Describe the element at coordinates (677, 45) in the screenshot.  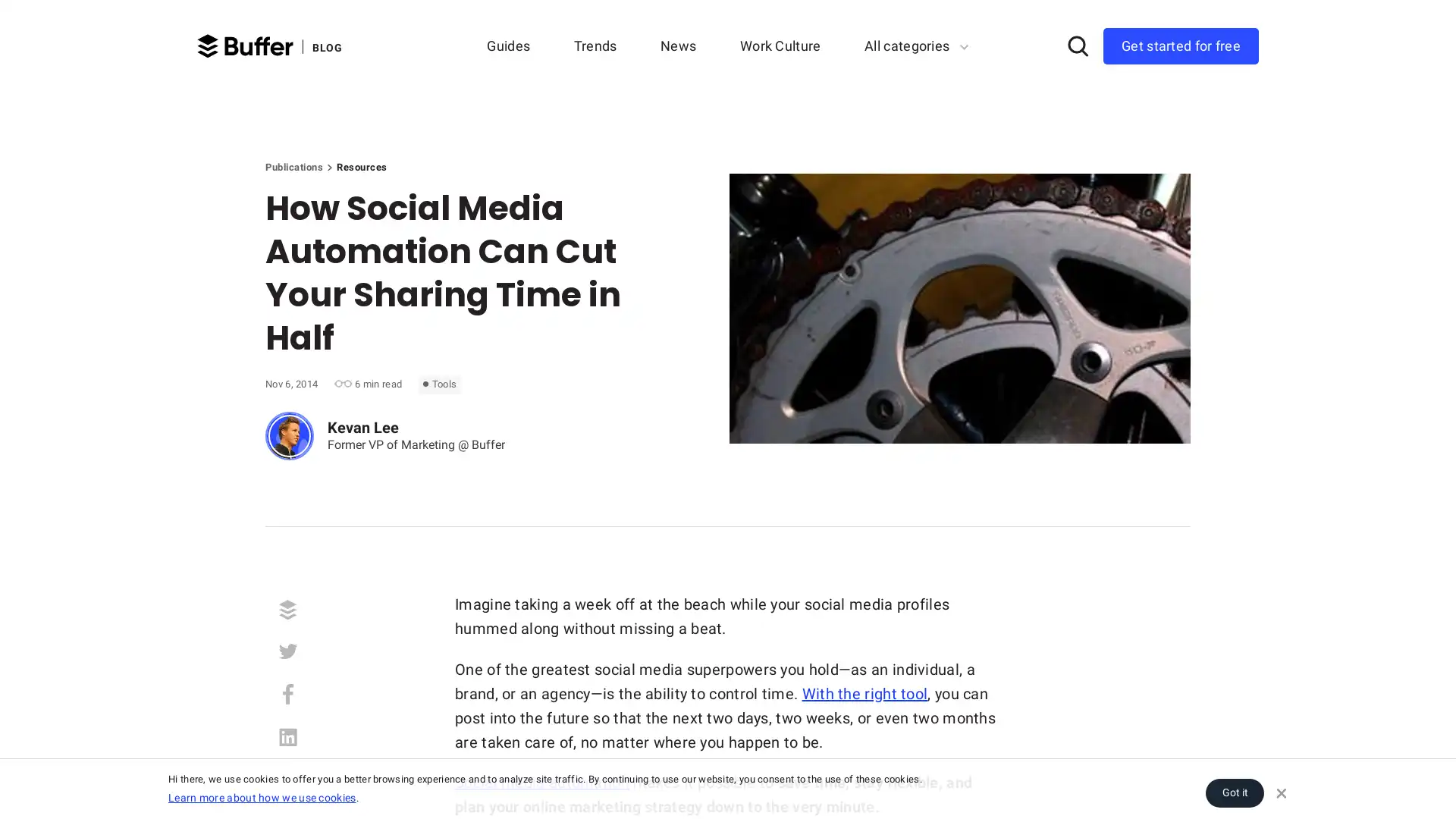
I see `News` at that location.